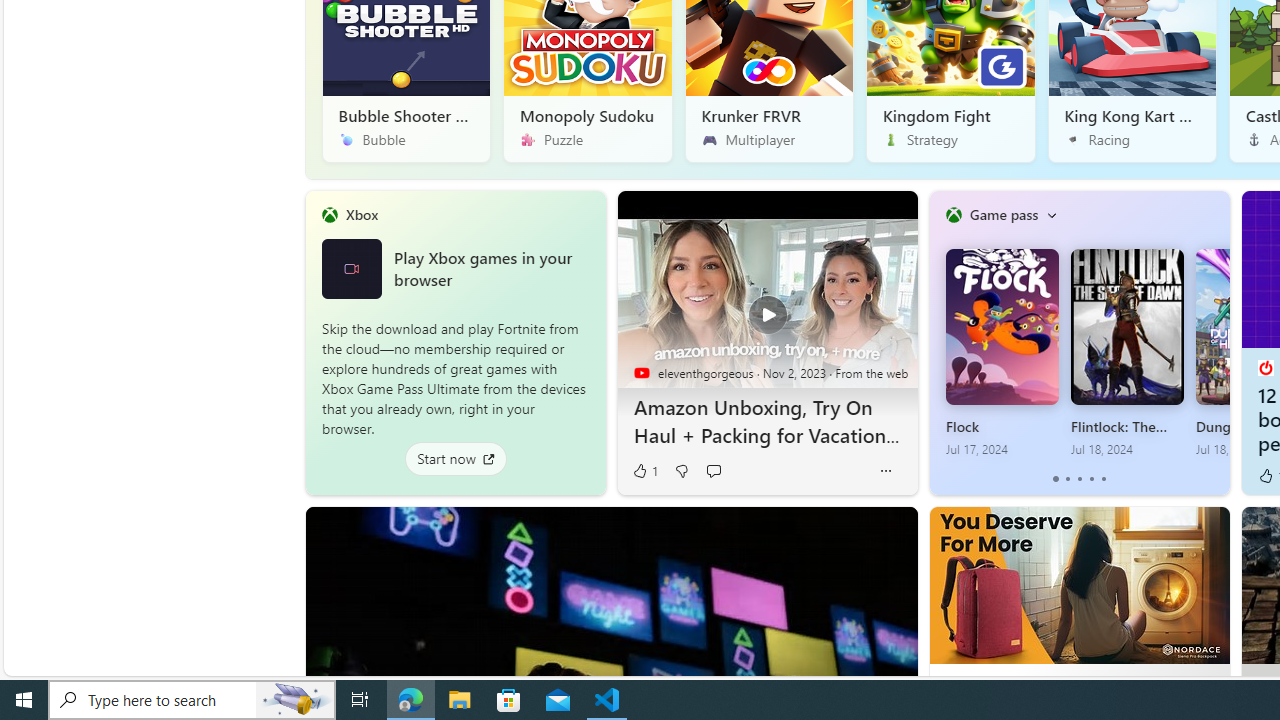 The width and height of the screenshot is (1280, 720). What do you see at coordinates (1127, 352) in the screenshot?
I see `'Flintlock: The Siege of Dawn Jul 18, 2024'` at bounding box center [1127, 352].